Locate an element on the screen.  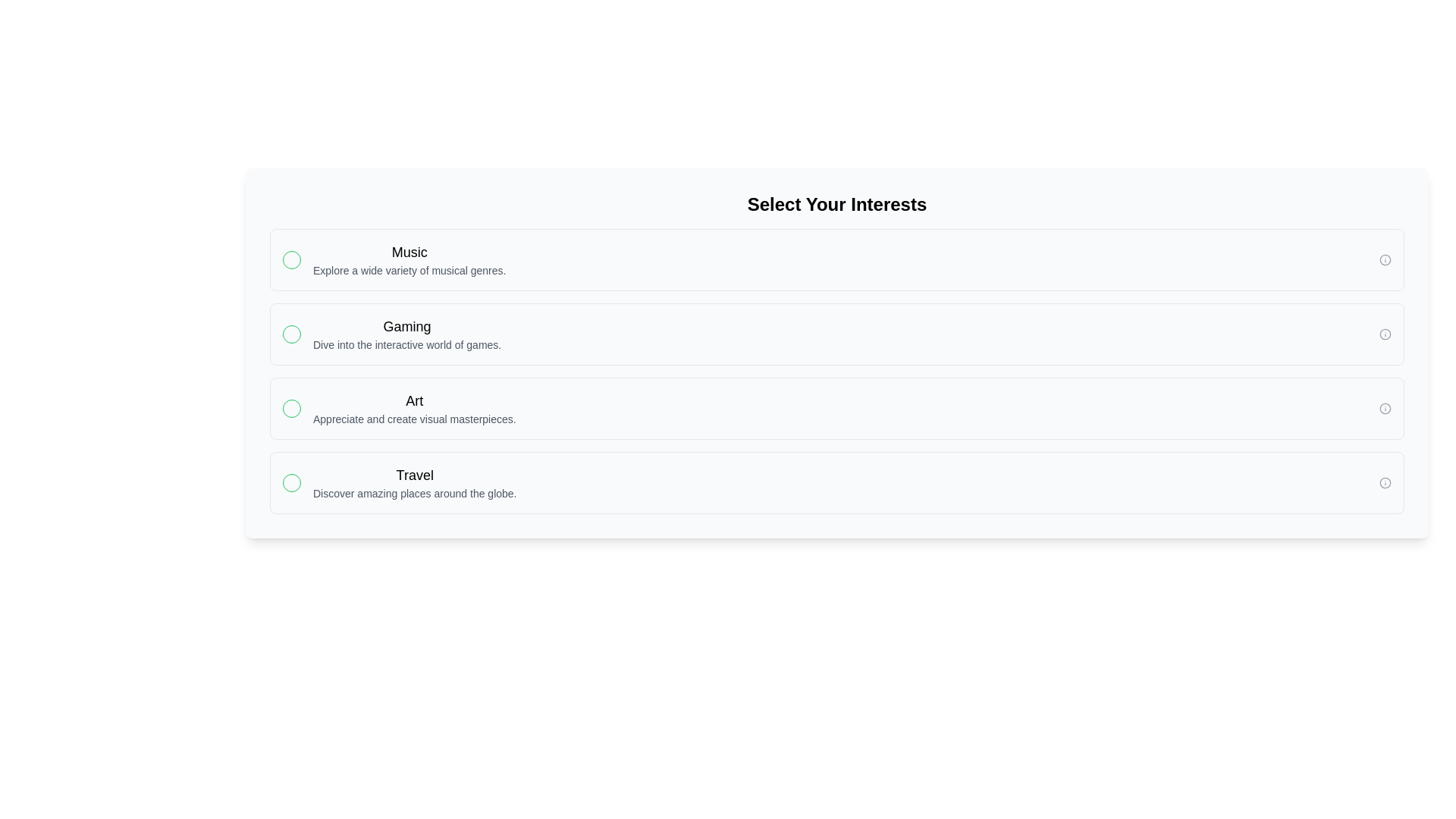
the information icon next to the Gaming option to read its detailed description is located at coordinates (1385, 333).